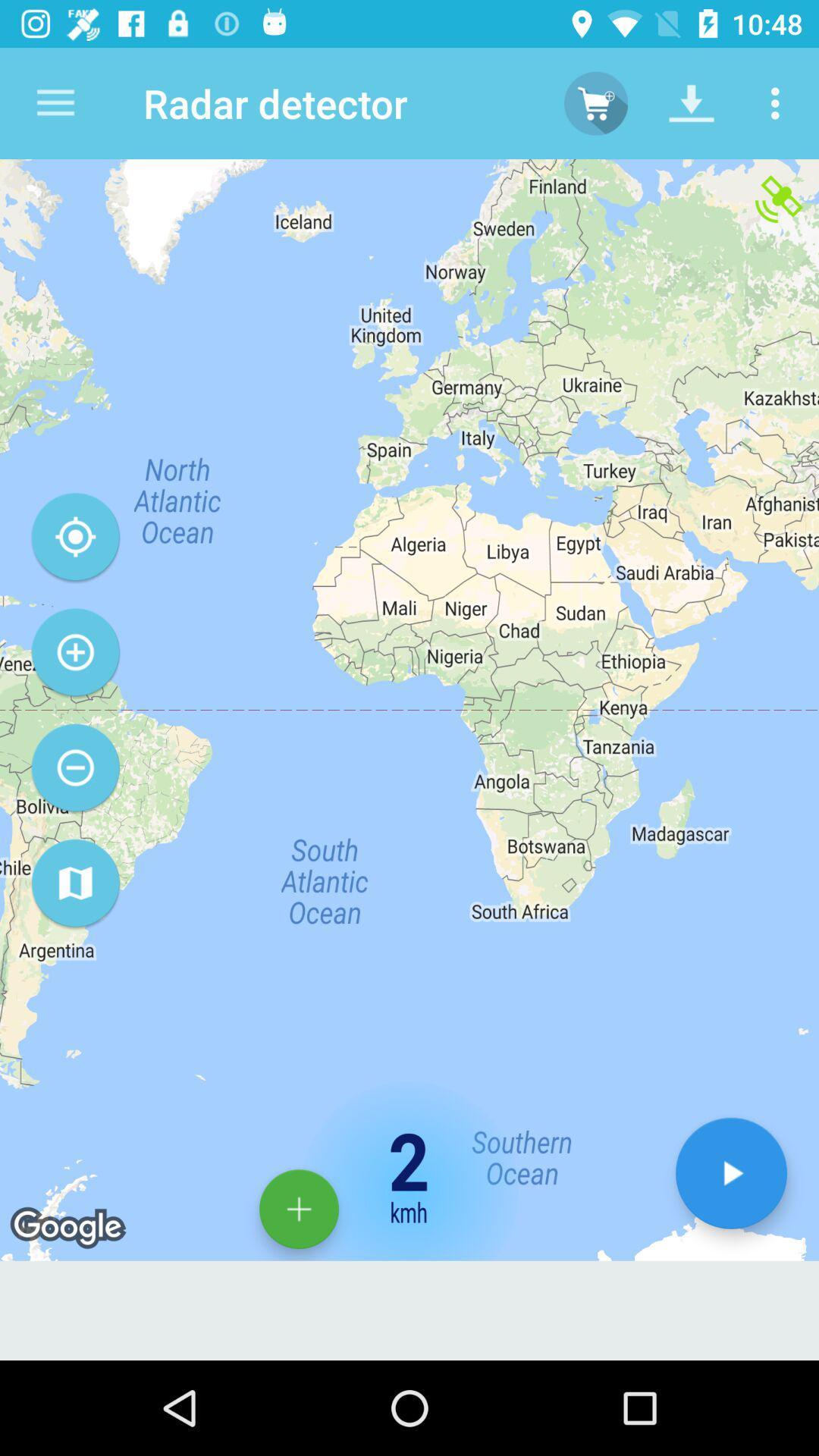 The height and width of the screenshot is (1456, 819). I want to click on the add icon, so click(299, 1208).